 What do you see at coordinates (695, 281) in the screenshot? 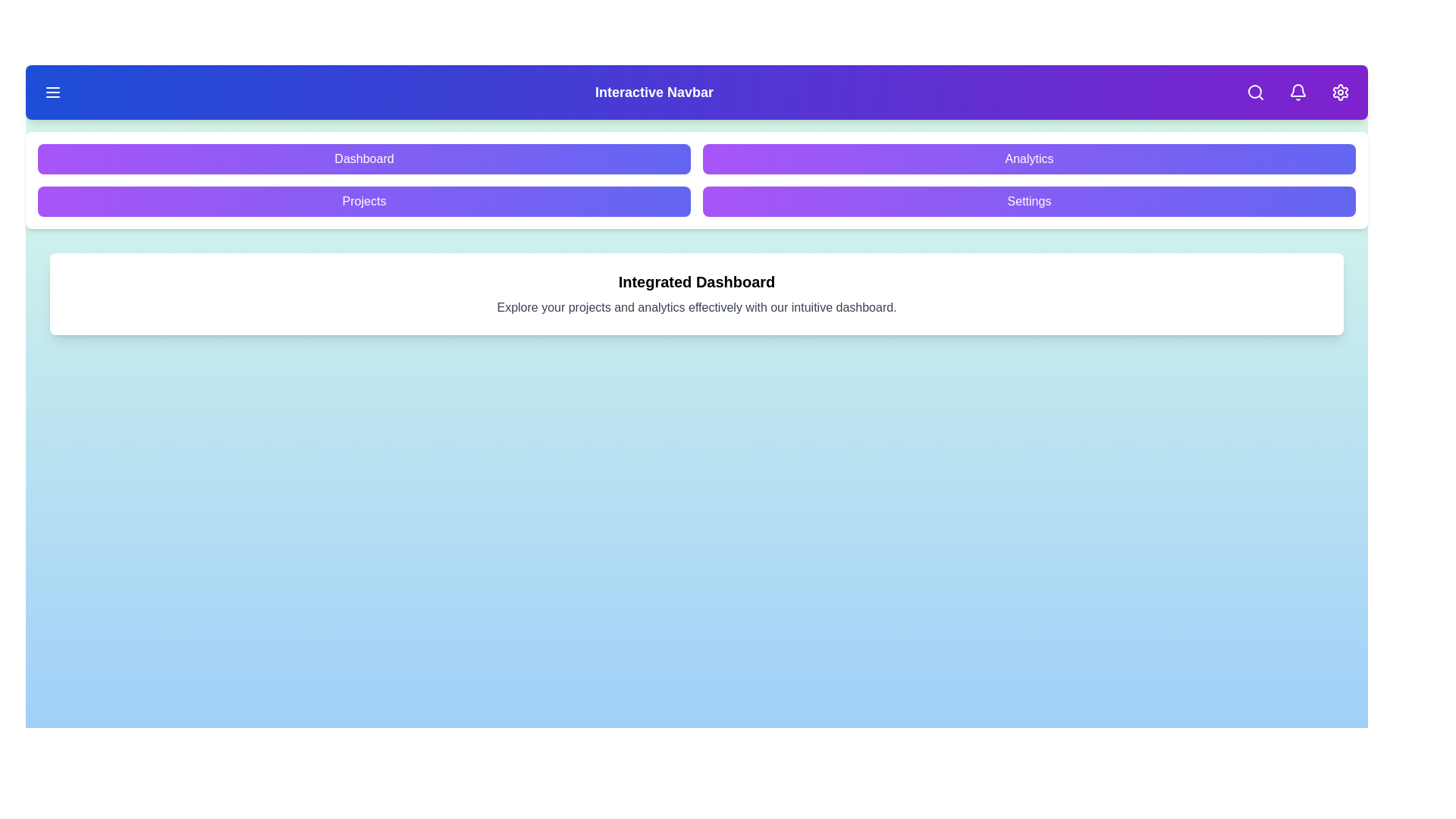
I see `the text in the 'Integrated Dashboard' section` at bounding box center [695, 281].